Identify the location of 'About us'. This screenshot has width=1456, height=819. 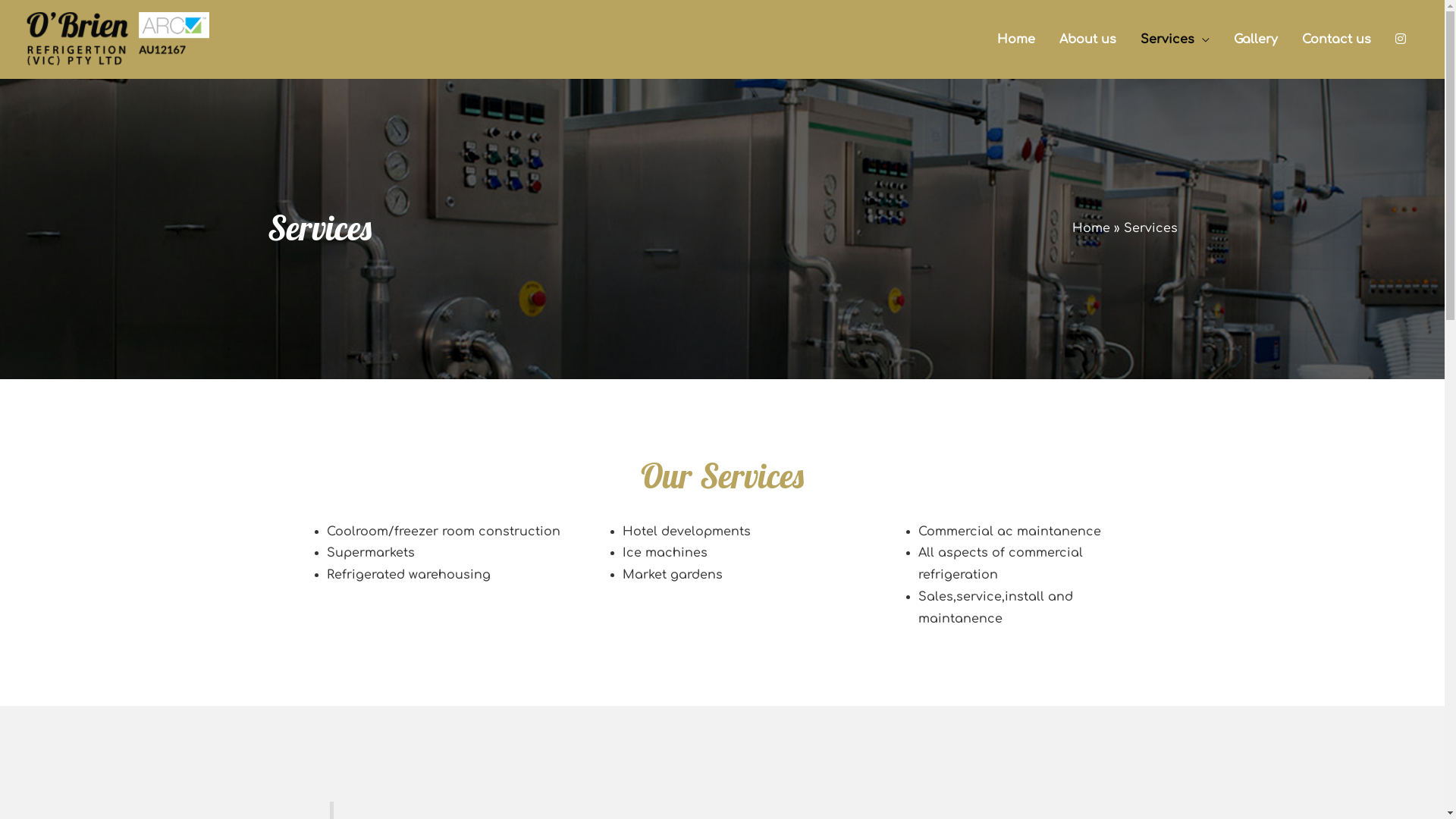
(1087, 38).